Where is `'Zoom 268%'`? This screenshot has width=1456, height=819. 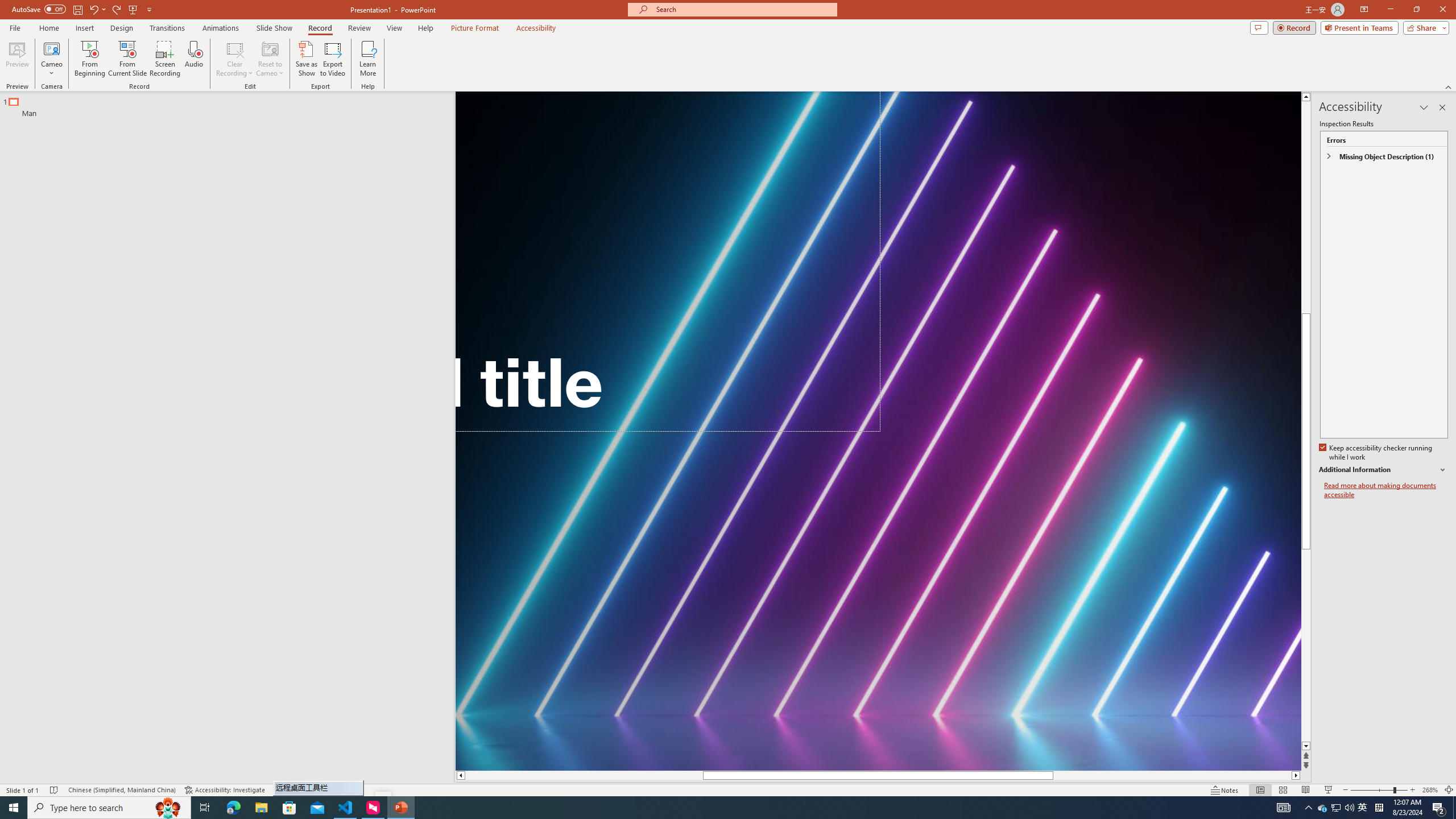
'Zoom 268%' is located at coordinates (1430, 790).